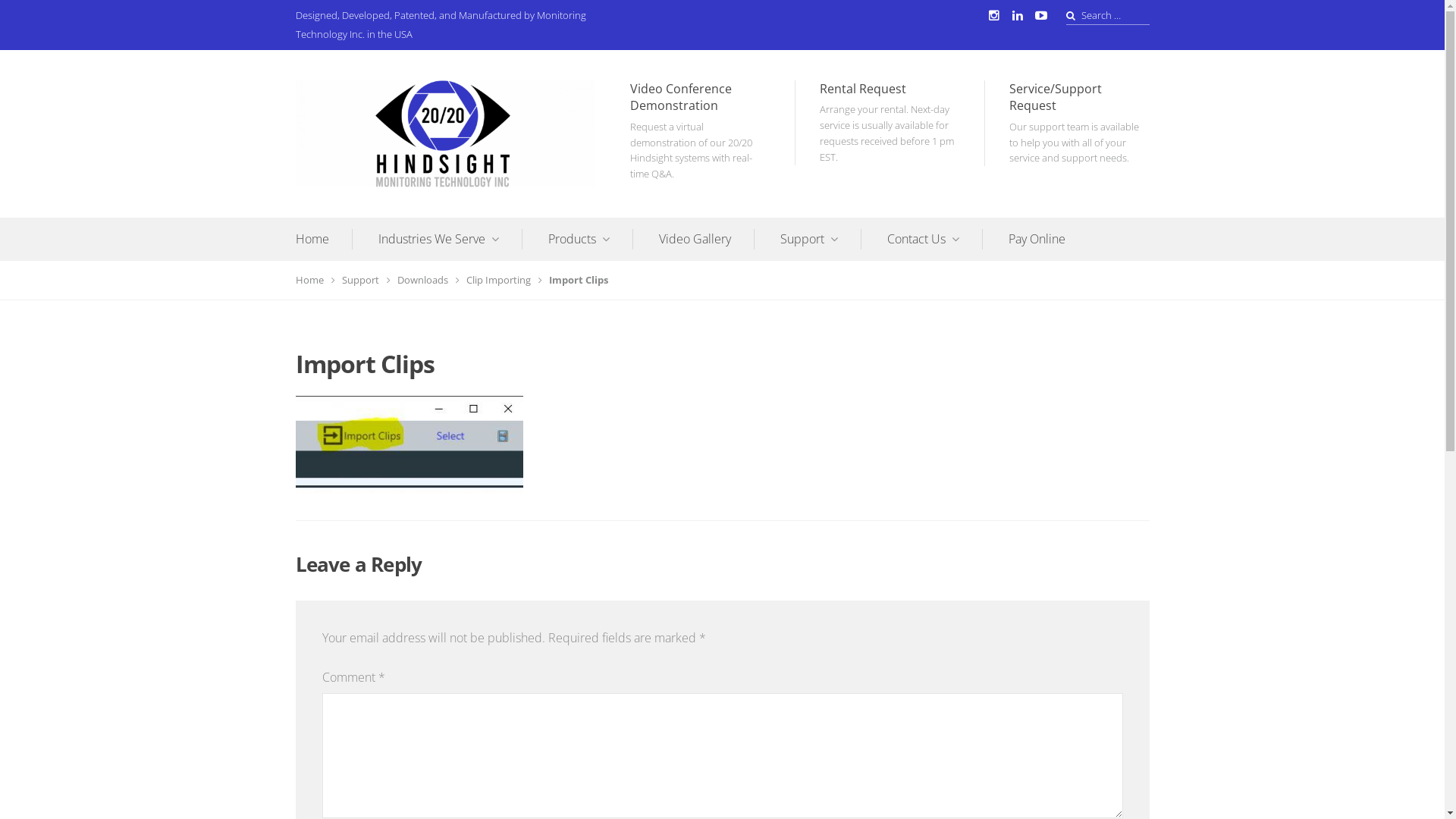 The width and height of the screenshot is (1456, 819). Describe the element at coordinates (1040, 15) in the screenshot. I see `'YouTube'` at that location.